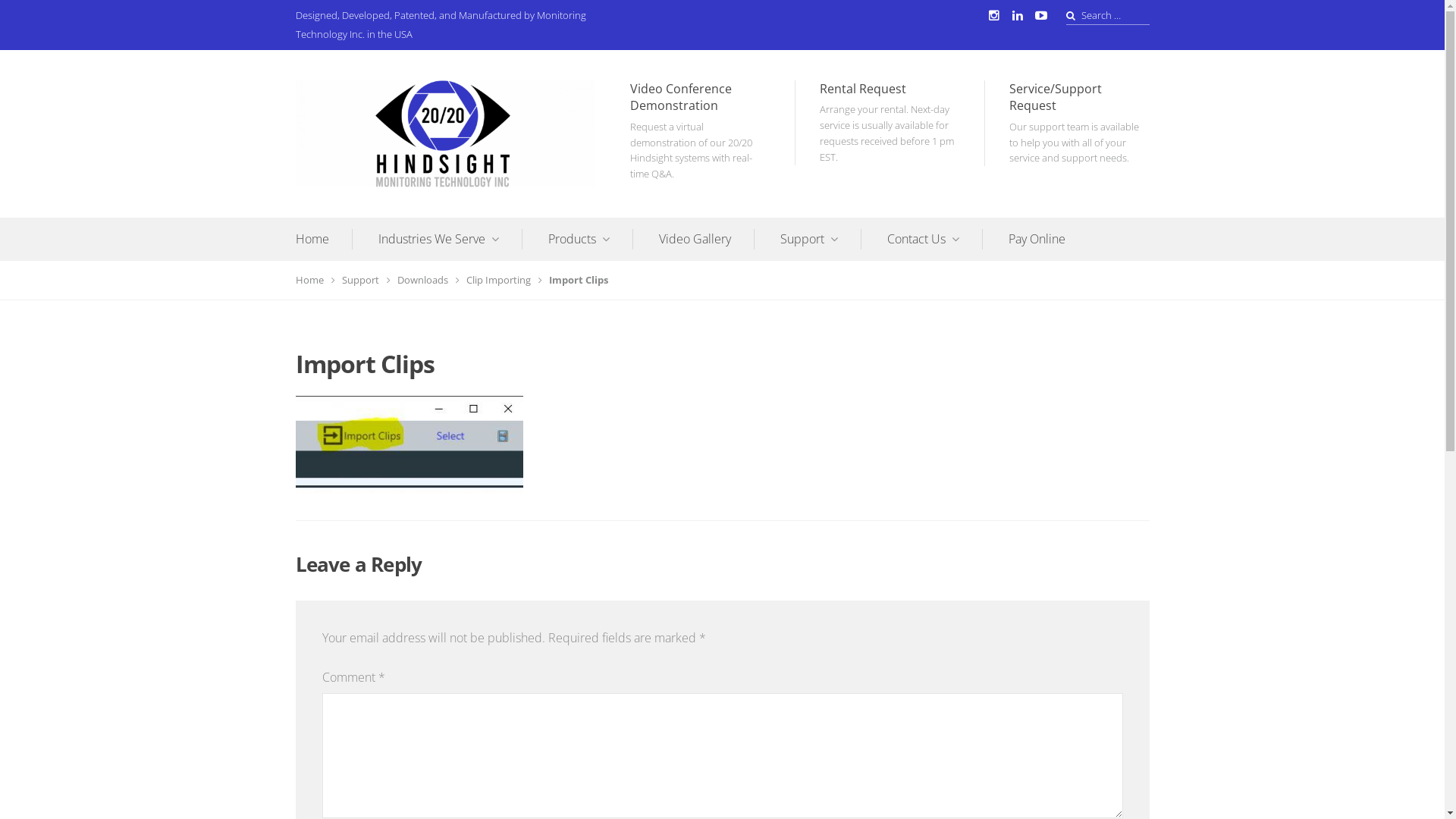 The width and height of the screenshot is (1456, 819). Describe the element at coordinates (1040, 15) in the screenshot. I see `'YouTube'` at that location.